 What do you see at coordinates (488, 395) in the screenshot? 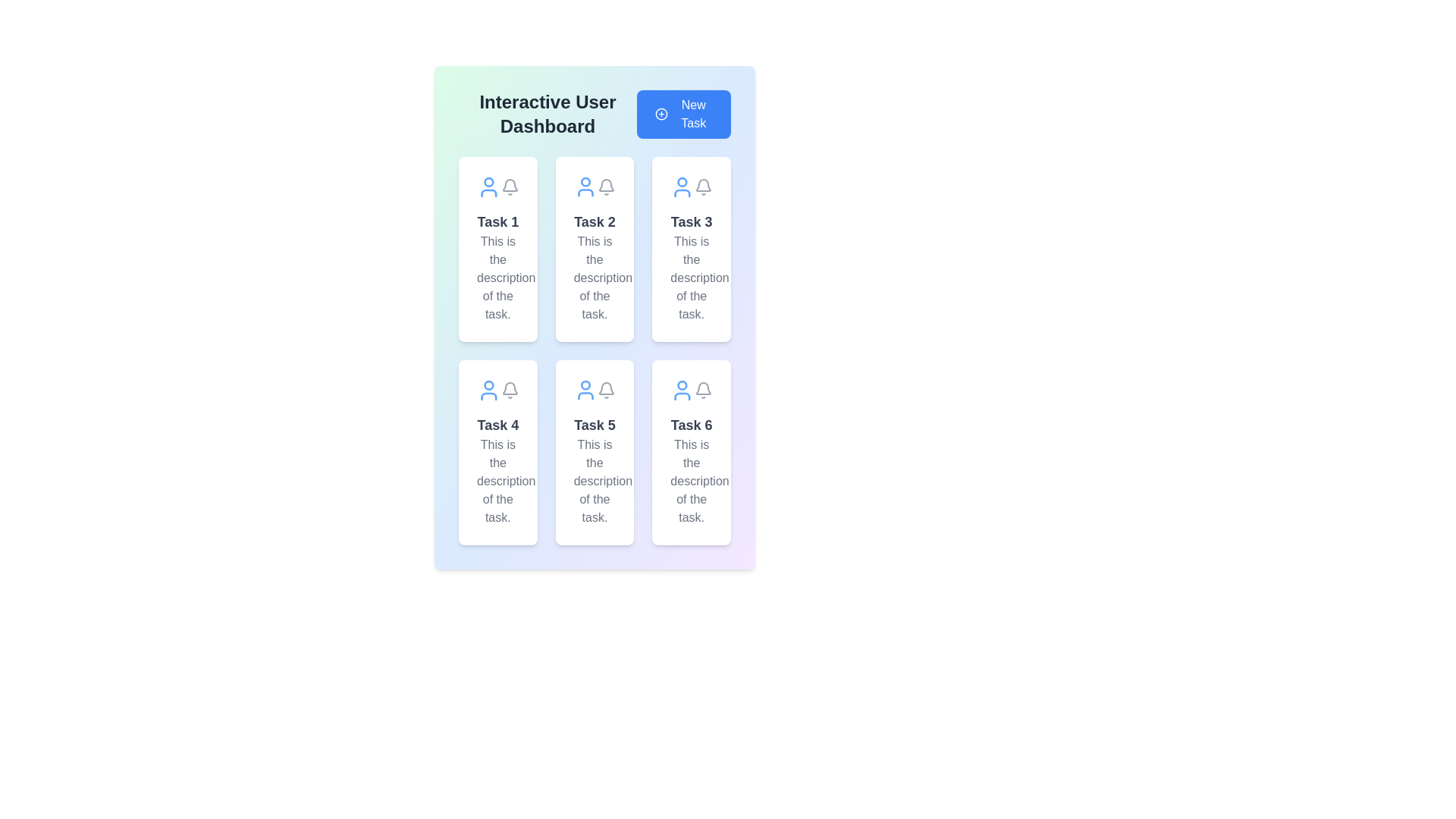
I see `the torso or shoulders component of the user profile icon in the first card of the second row labeled 'Task 4'` at bounding box center [488, 395].